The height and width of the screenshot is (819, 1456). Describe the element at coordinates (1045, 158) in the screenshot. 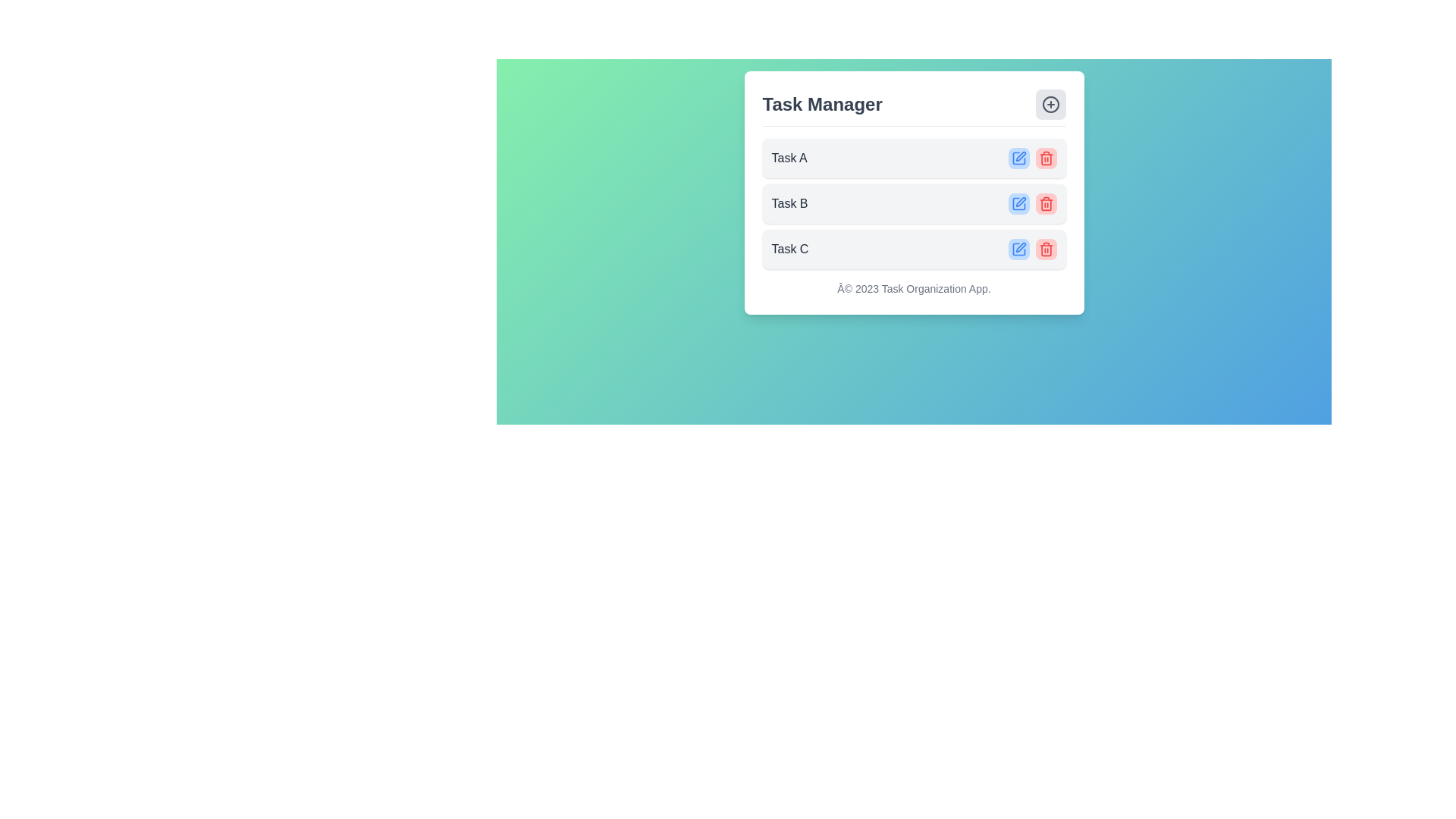

I see `the trash can icon button with a red tint located` at that location.